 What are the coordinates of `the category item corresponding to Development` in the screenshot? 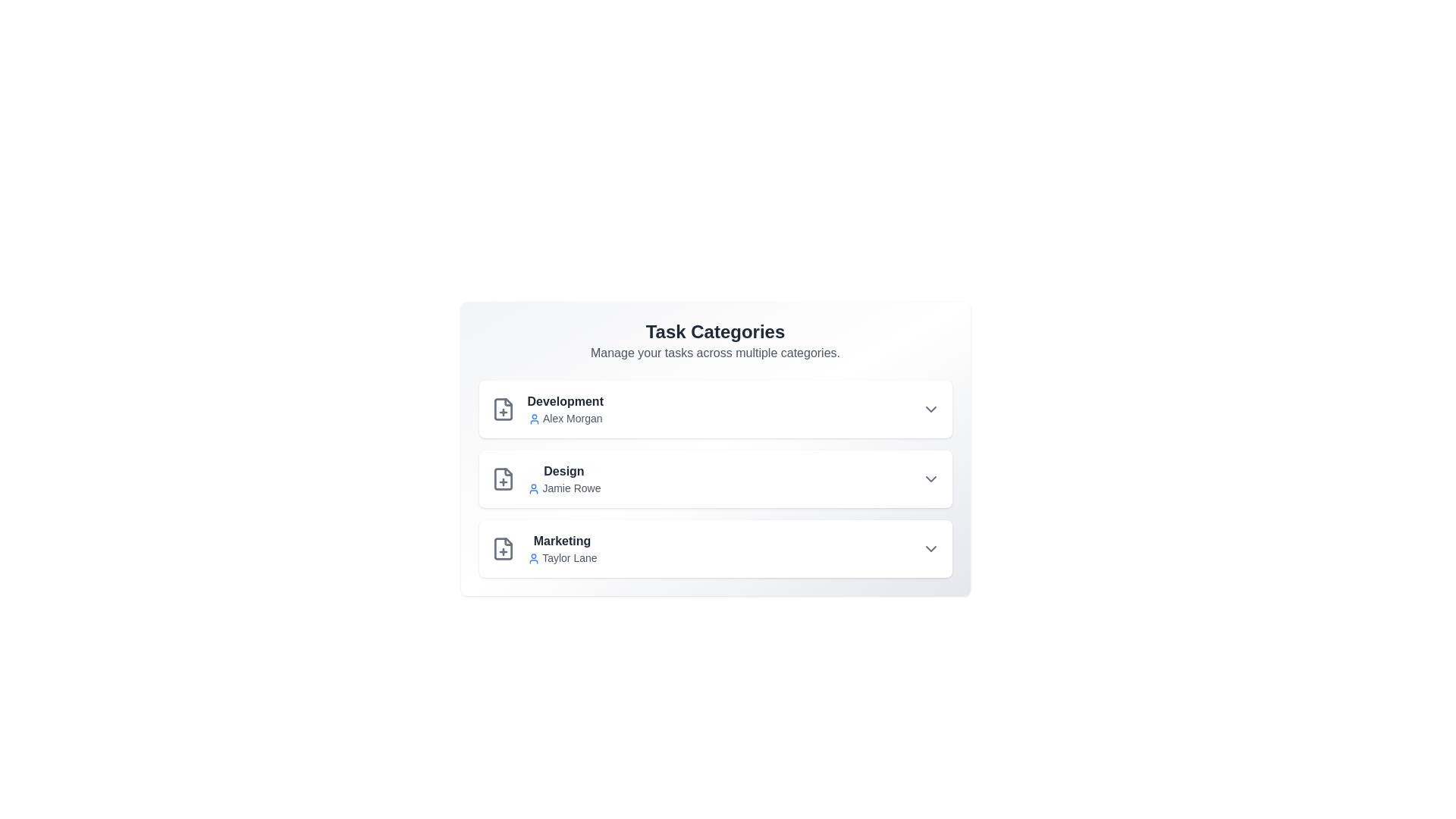 It's located at (714, 409).